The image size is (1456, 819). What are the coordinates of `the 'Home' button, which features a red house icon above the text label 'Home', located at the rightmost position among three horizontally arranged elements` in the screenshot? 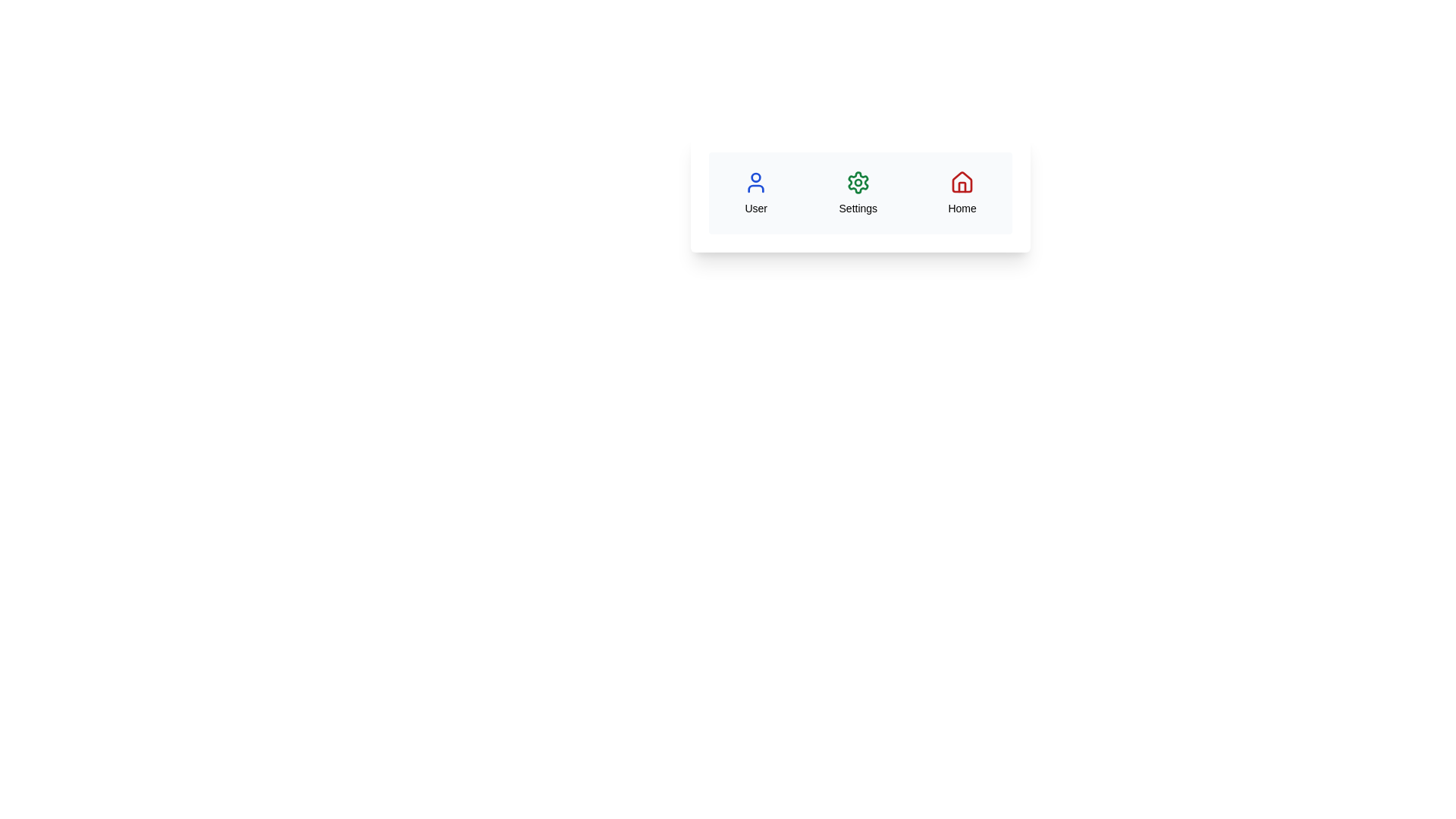 It's located at (962, 192).